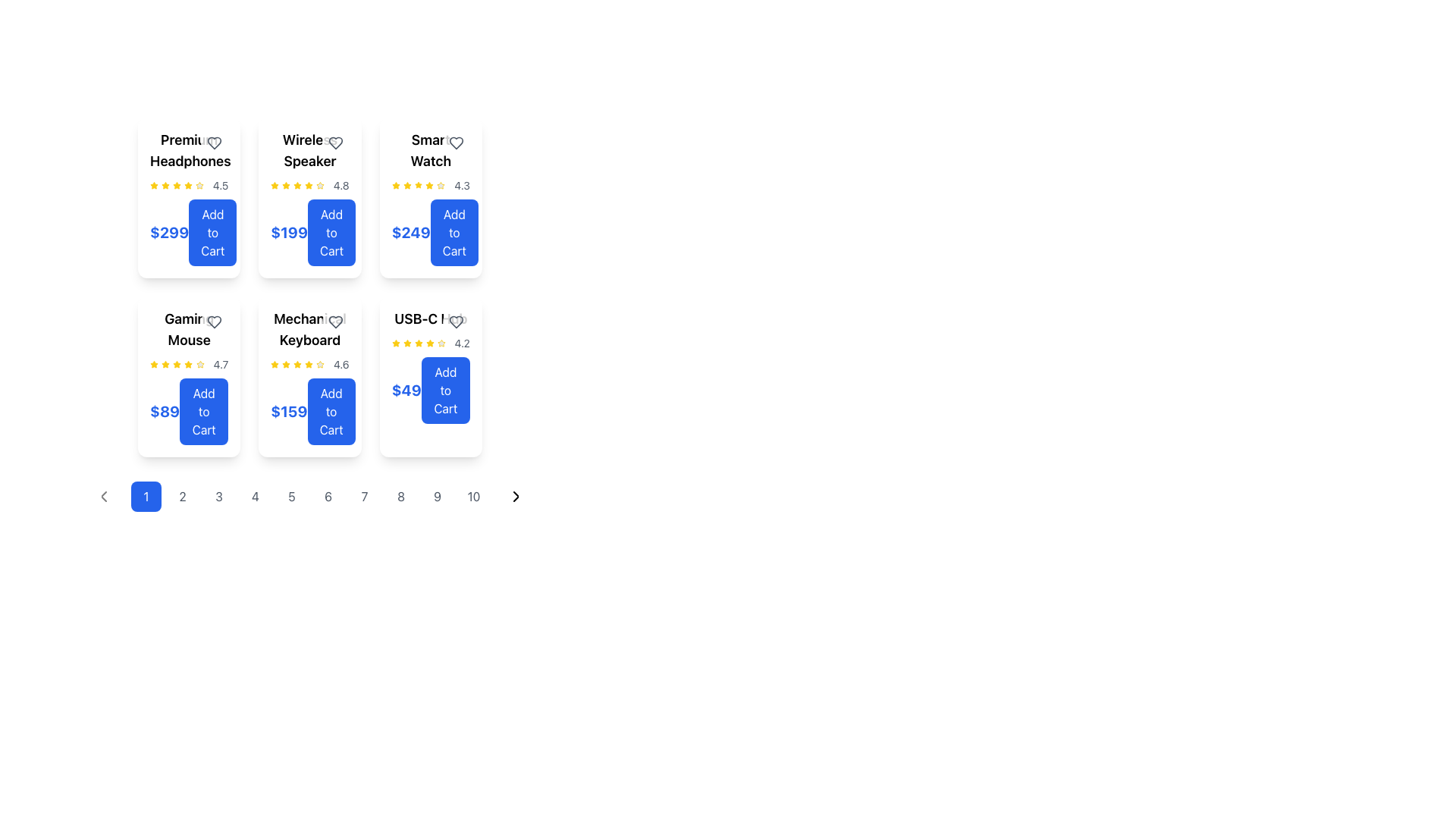 The width and height of the screenshot is (1456, 819). I want to click on the visual representation of the third yellow star in the rating indicator located below the text 'Mechanical Keyboard' and above the 'Add to Cart' button, so click(286, 365).